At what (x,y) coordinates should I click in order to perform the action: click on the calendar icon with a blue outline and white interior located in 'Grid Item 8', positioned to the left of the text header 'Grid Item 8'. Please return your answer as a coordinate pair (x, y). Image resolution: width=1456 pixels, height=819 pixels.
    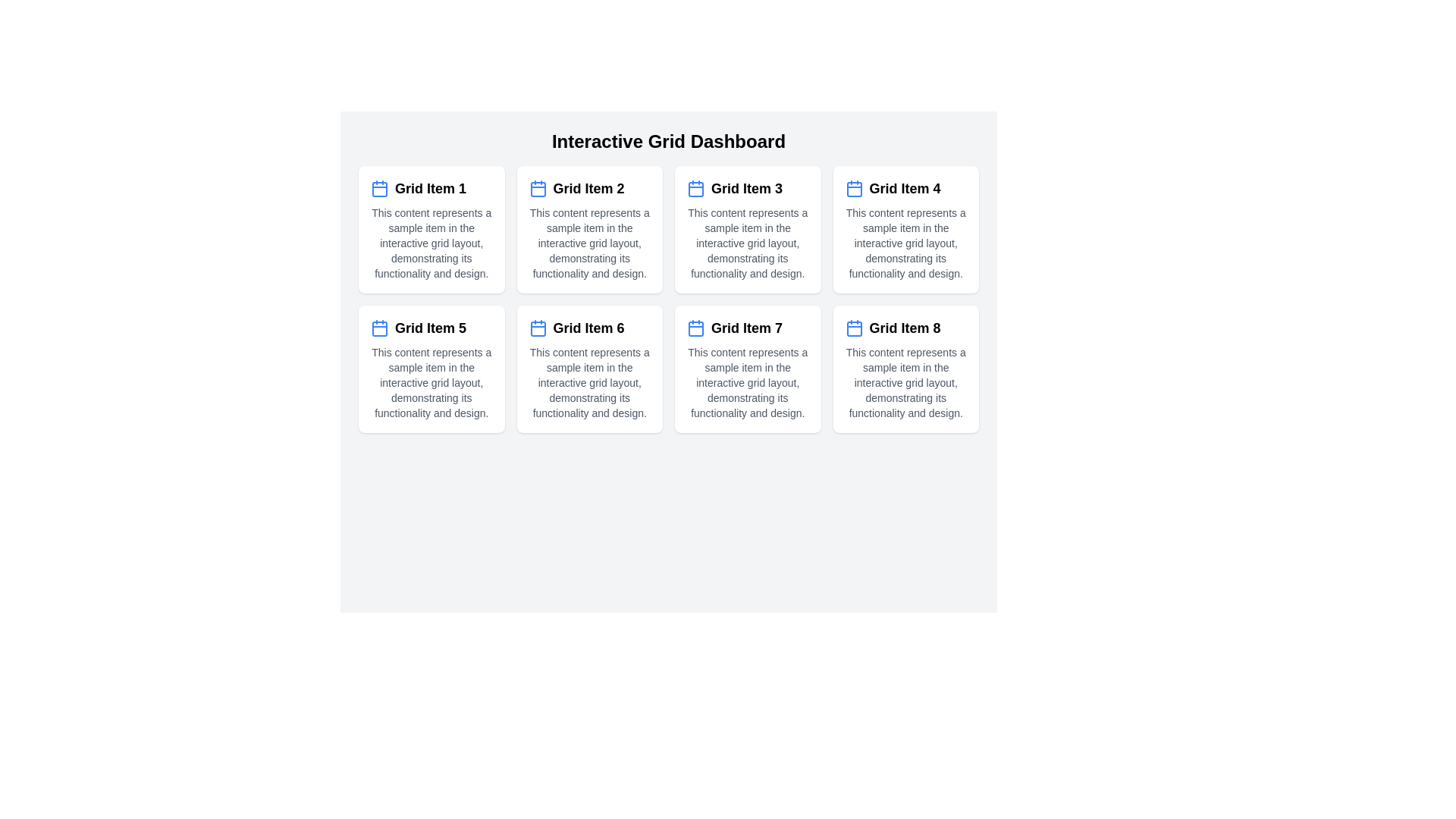
    Looking at the image, I should click on (854, 327).